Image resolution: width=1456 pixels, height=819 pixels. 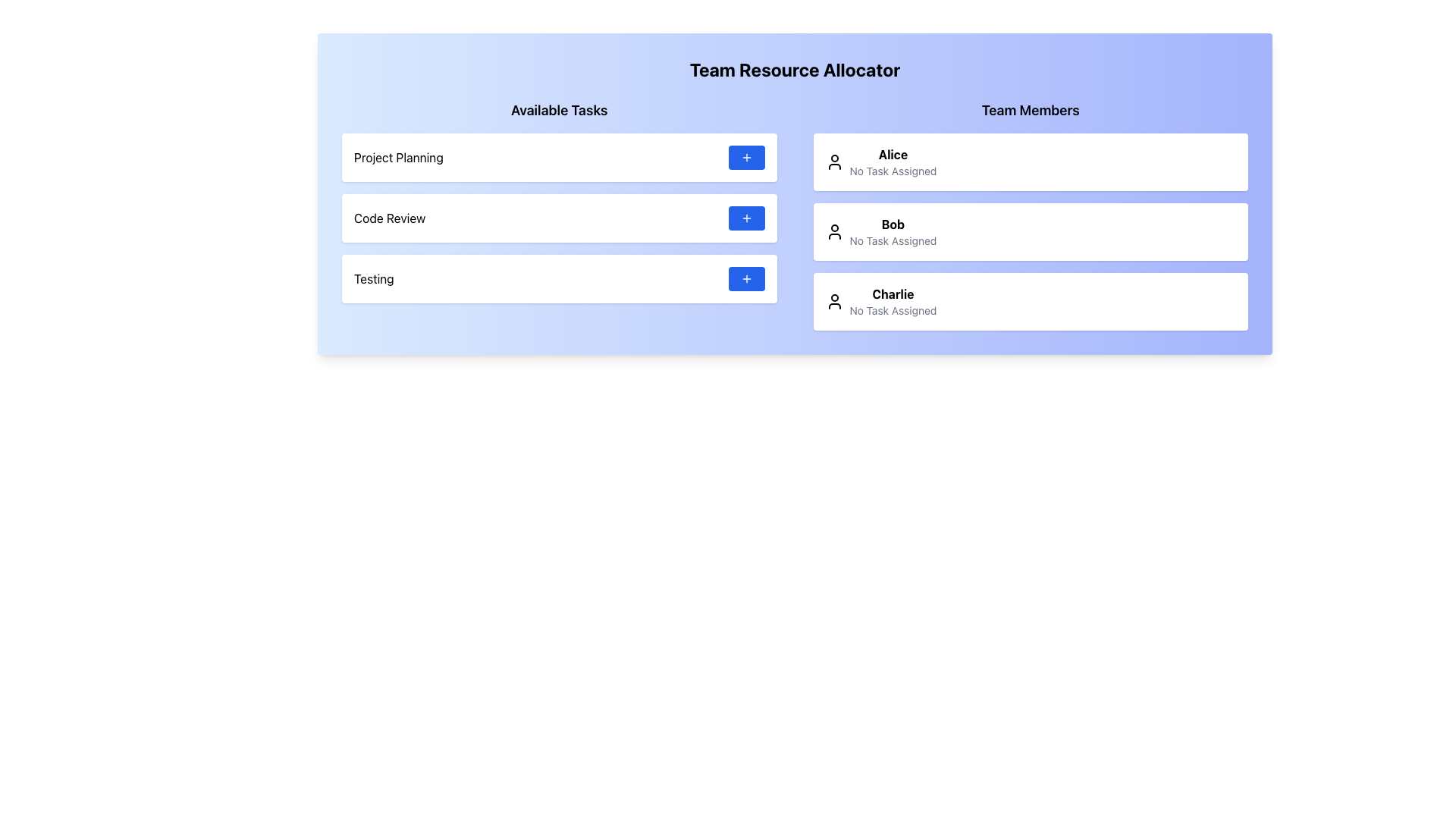 What do you see at coordinates (746, 218) in the screenshot?
I see `the plus sign icon within the blue rounded rectangle button adjacent to the 'Code Review' text in the 'Available Tasks' column` at bounding box center [746, 218].